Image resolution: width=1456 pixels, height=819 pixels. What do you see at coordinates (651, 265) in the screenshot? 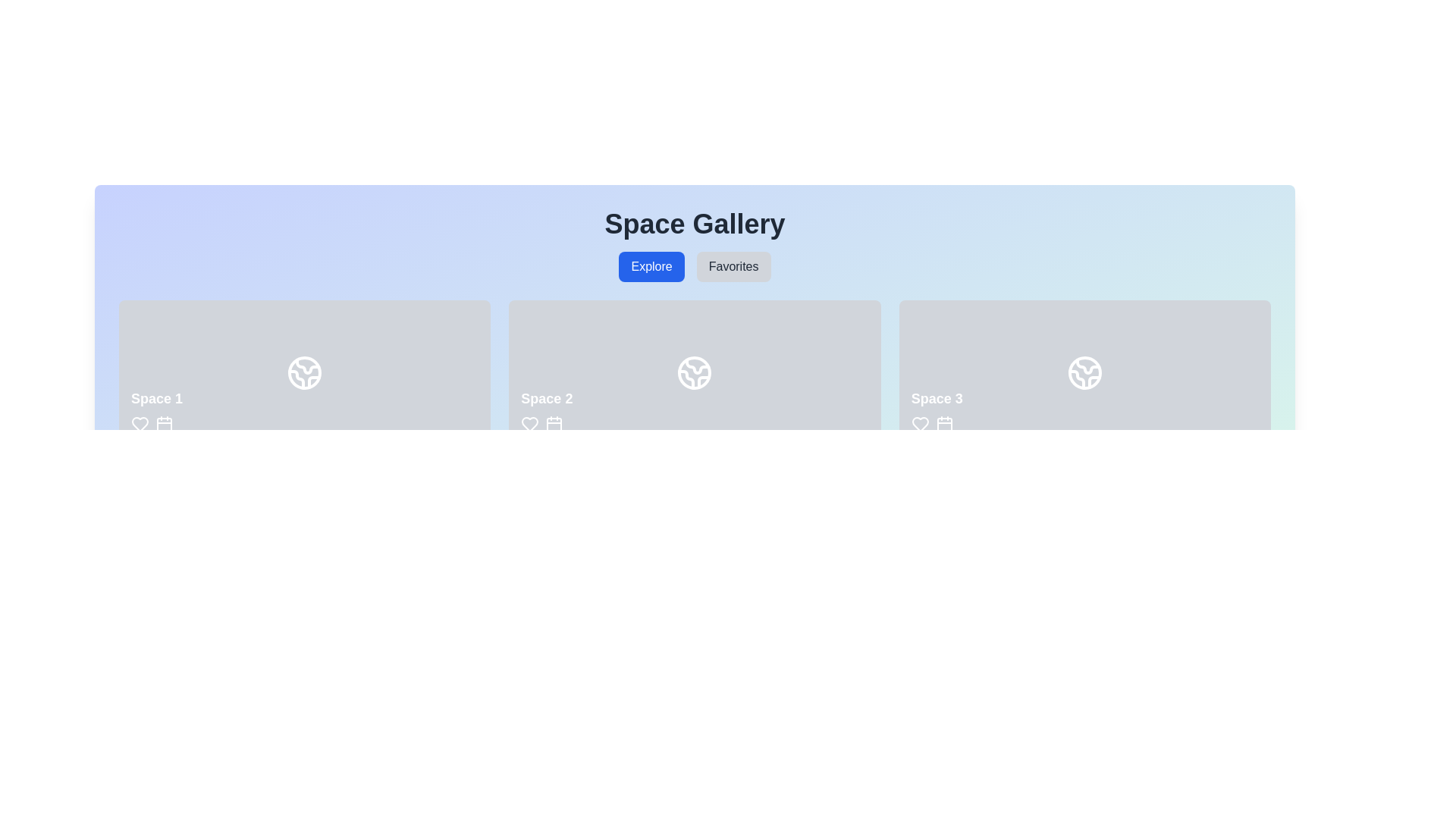
I see `the 'Explore' button located at the top of the interface, below the title 'Space Gallery', which is the first button in a row of two buttons` at bounding box center [651, 265].